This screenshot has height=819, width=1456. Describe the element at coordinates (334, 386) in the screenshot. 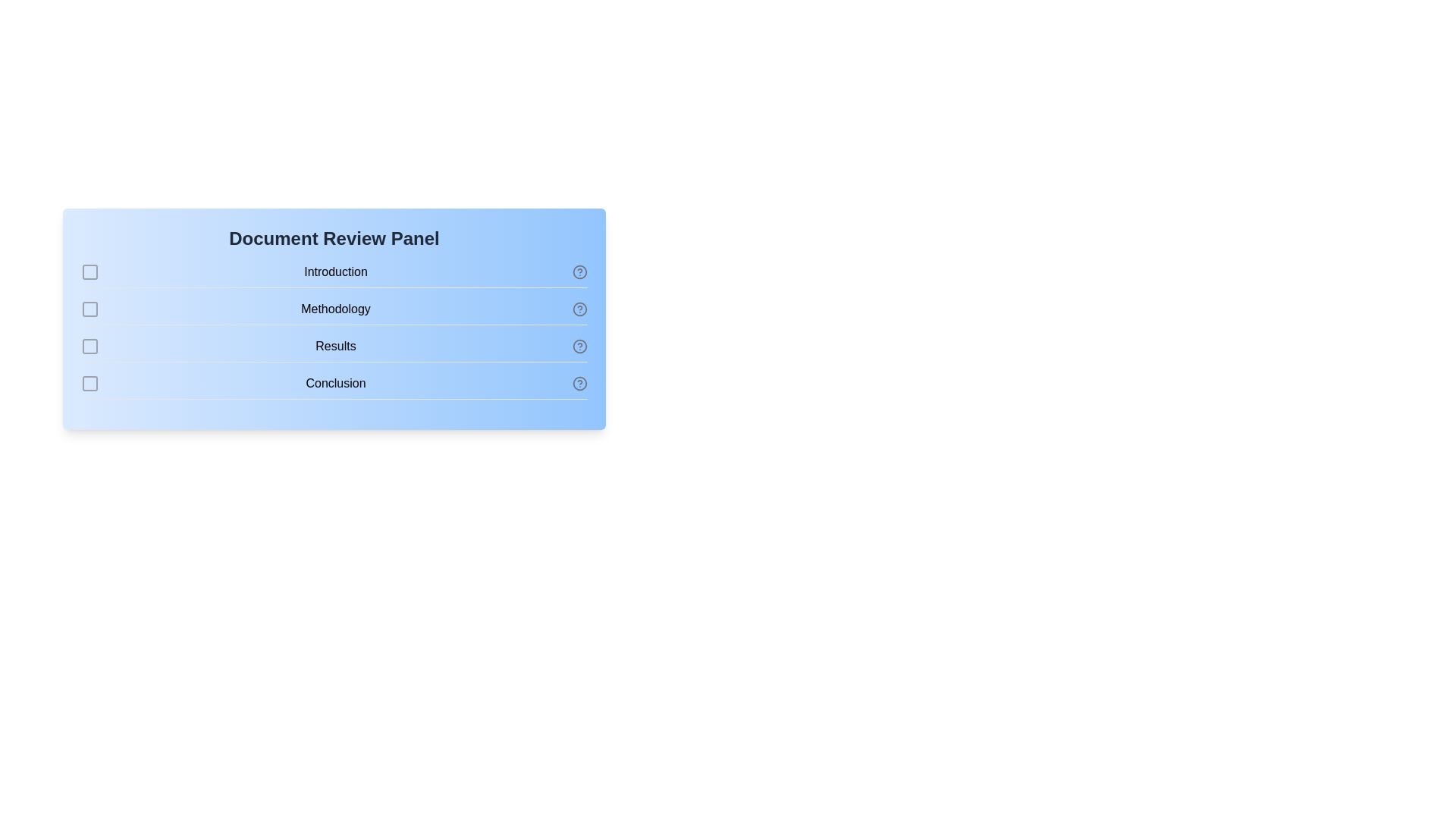

I see `the section name Conclusion to toggle its selection state` at that location.